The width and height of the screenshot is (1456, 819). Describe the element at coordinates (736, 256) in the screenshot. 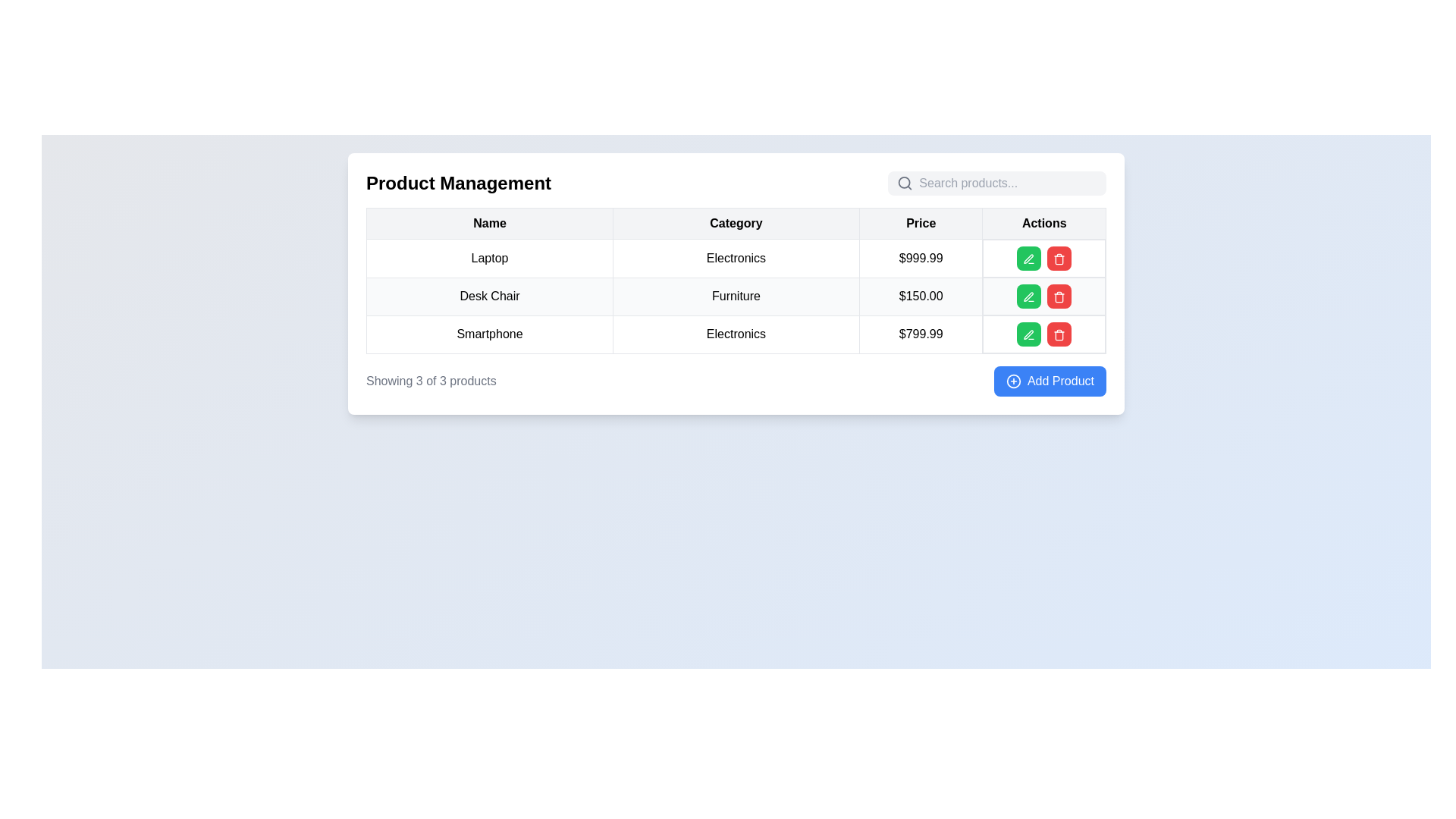

I see `the first row of the product management table, which contains details about a specific product, located directly below the header row` at that location.